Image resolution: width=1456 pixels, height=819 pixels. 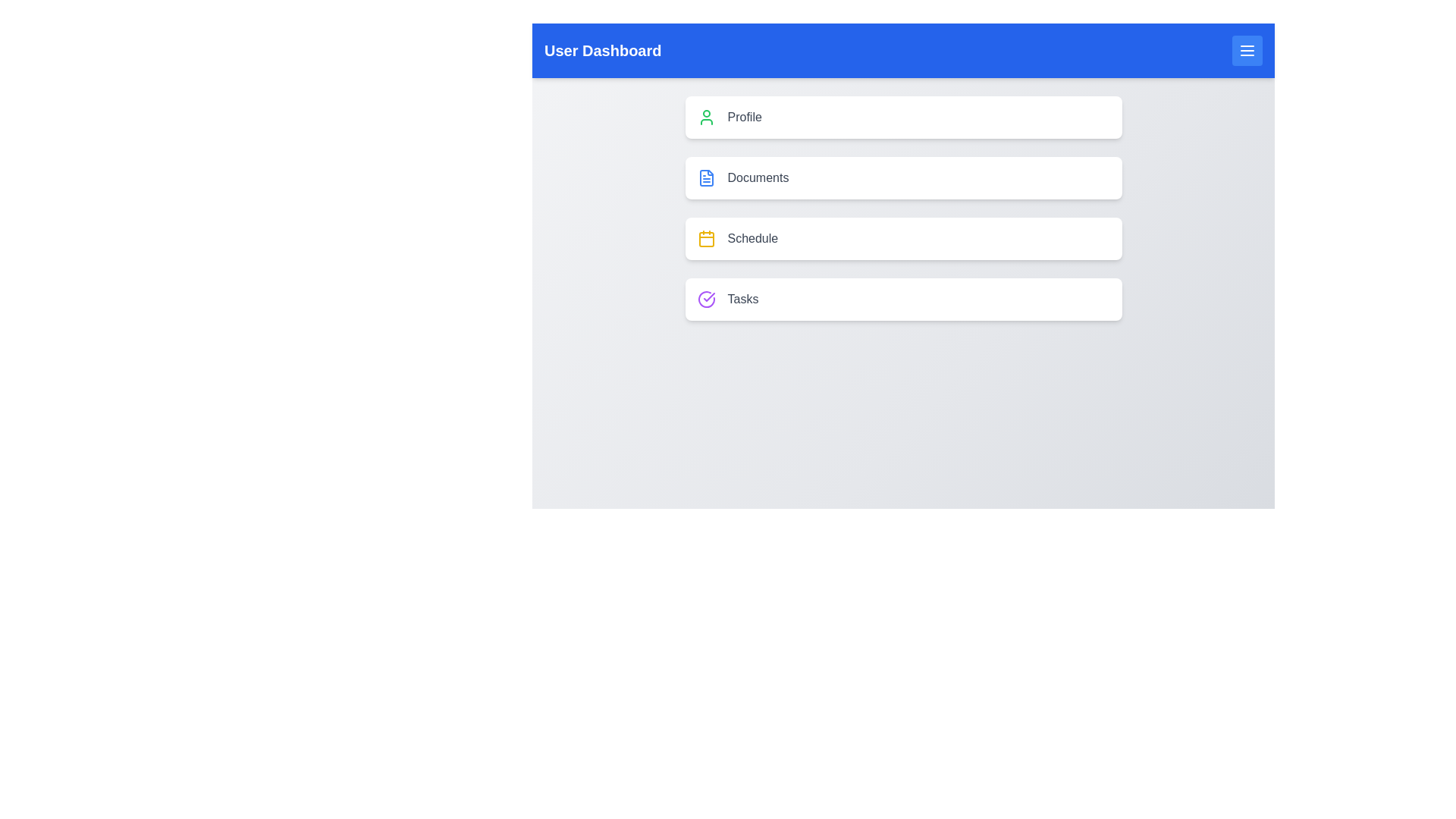 What do you see at coordinates (903, 116) in the screenshot?
I see `the menu item Profile` at bounding box center [903, 116].